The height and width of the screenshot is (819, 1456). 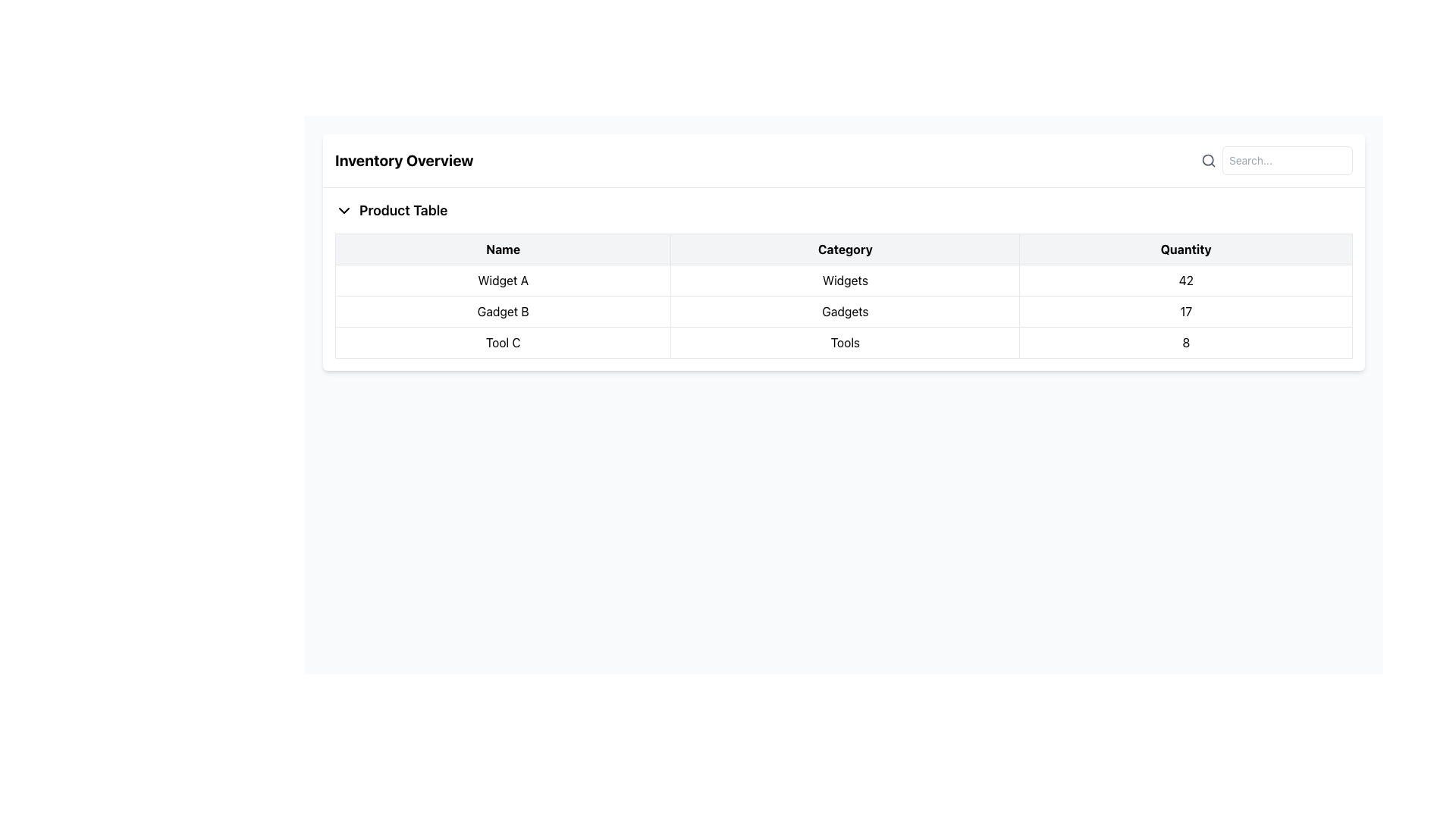 I want to click on the 'Category' text label styled as a table header, which is positioned in the second column of the table, between the 'Name' and 'Quantity' headers, so click(x=844, y=248).